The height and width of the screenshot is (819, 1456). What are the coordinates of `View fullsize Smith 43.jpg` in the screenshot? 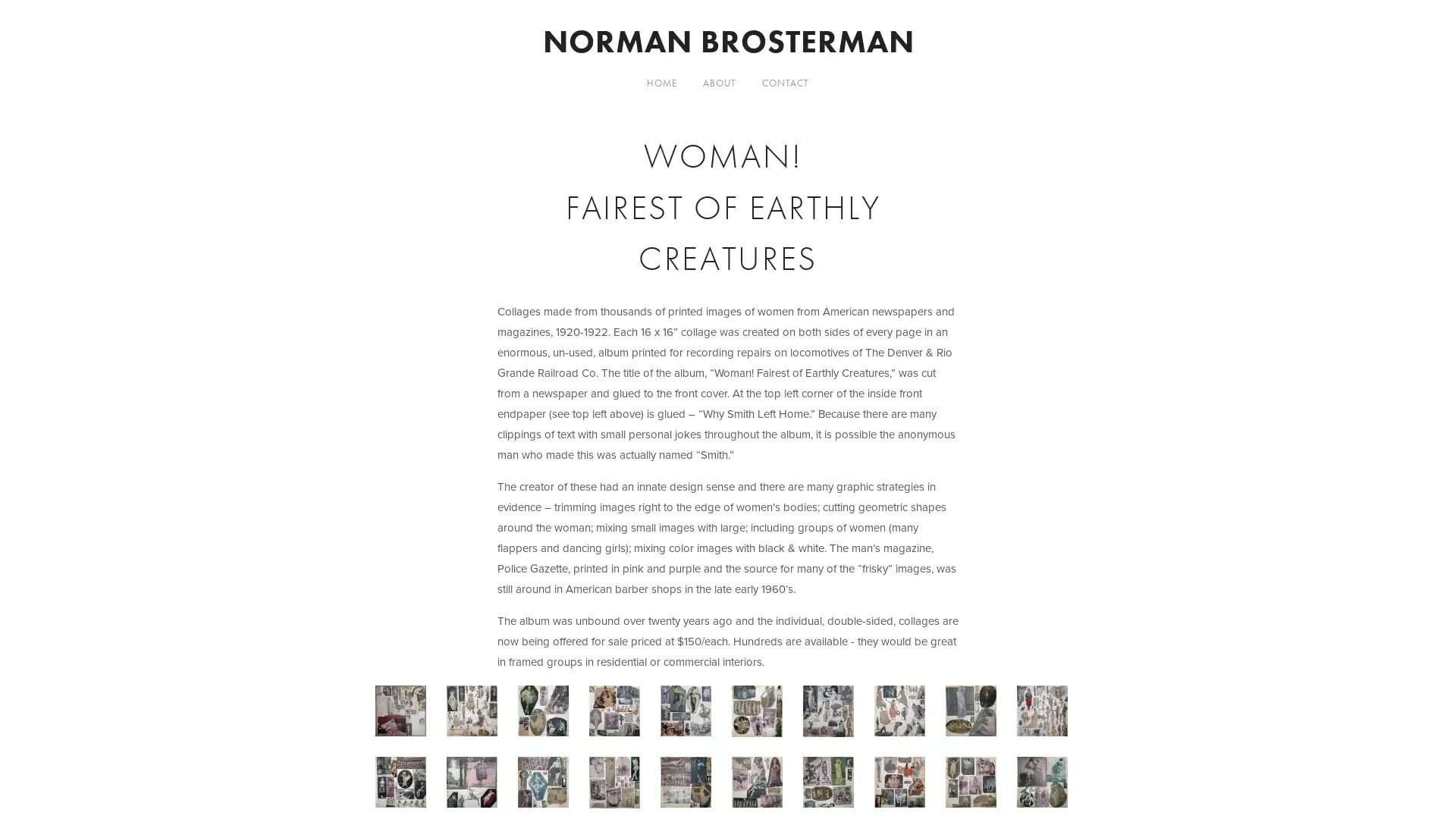 It's located at (548, 717).